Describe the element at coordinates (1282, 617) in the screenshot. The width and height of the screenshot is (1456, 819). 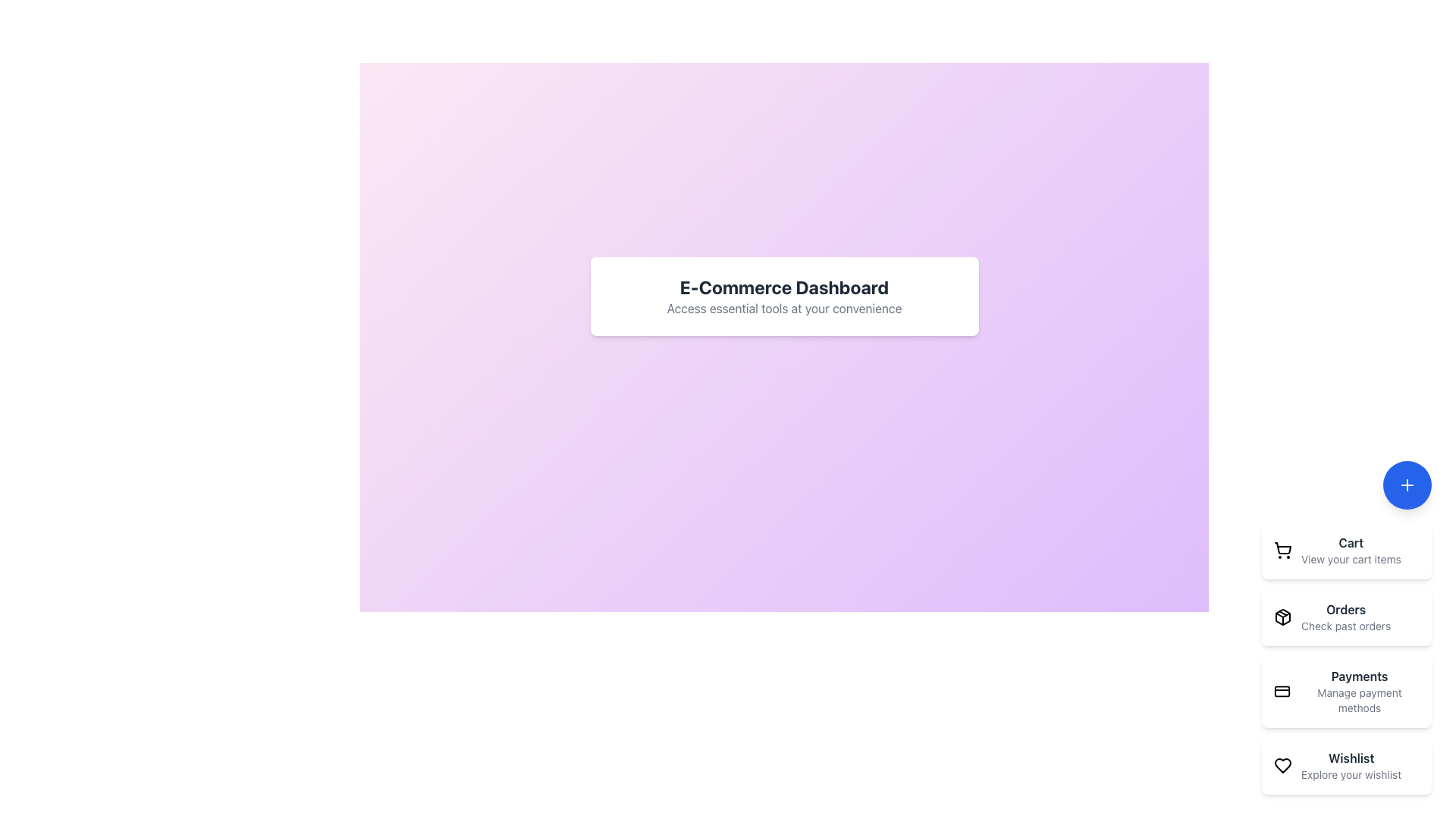
I see `the stylized cube icon located within the 'Orders' card, to the left of the text 'Orders' and 'Check past orders'` at that location.